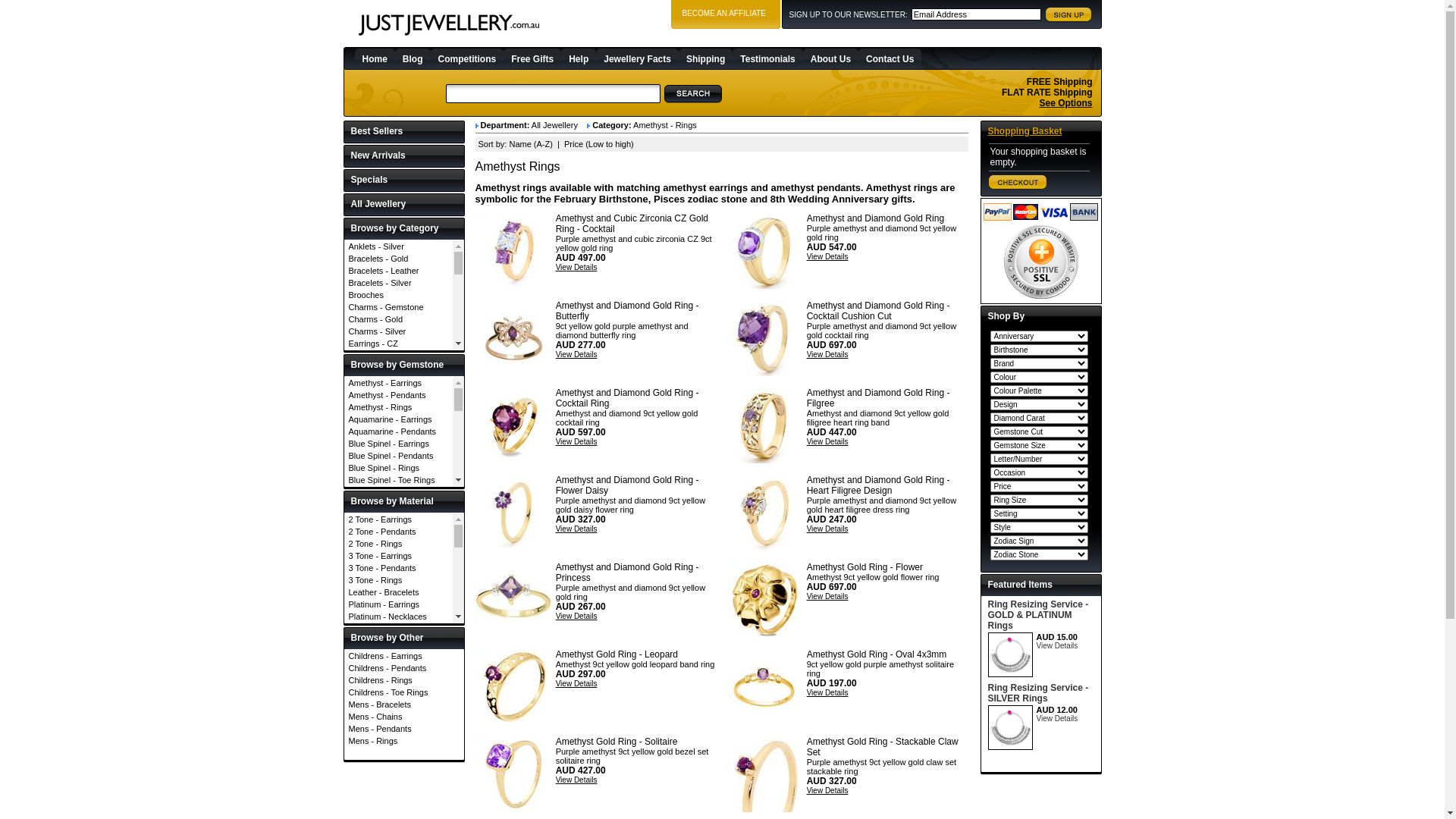 Image resolution: width=1456 pixels, height=819 pixels. Describe the element at coordinates (398, 245) in the screenshot. I see `'Anklets - Silver'` at that location.